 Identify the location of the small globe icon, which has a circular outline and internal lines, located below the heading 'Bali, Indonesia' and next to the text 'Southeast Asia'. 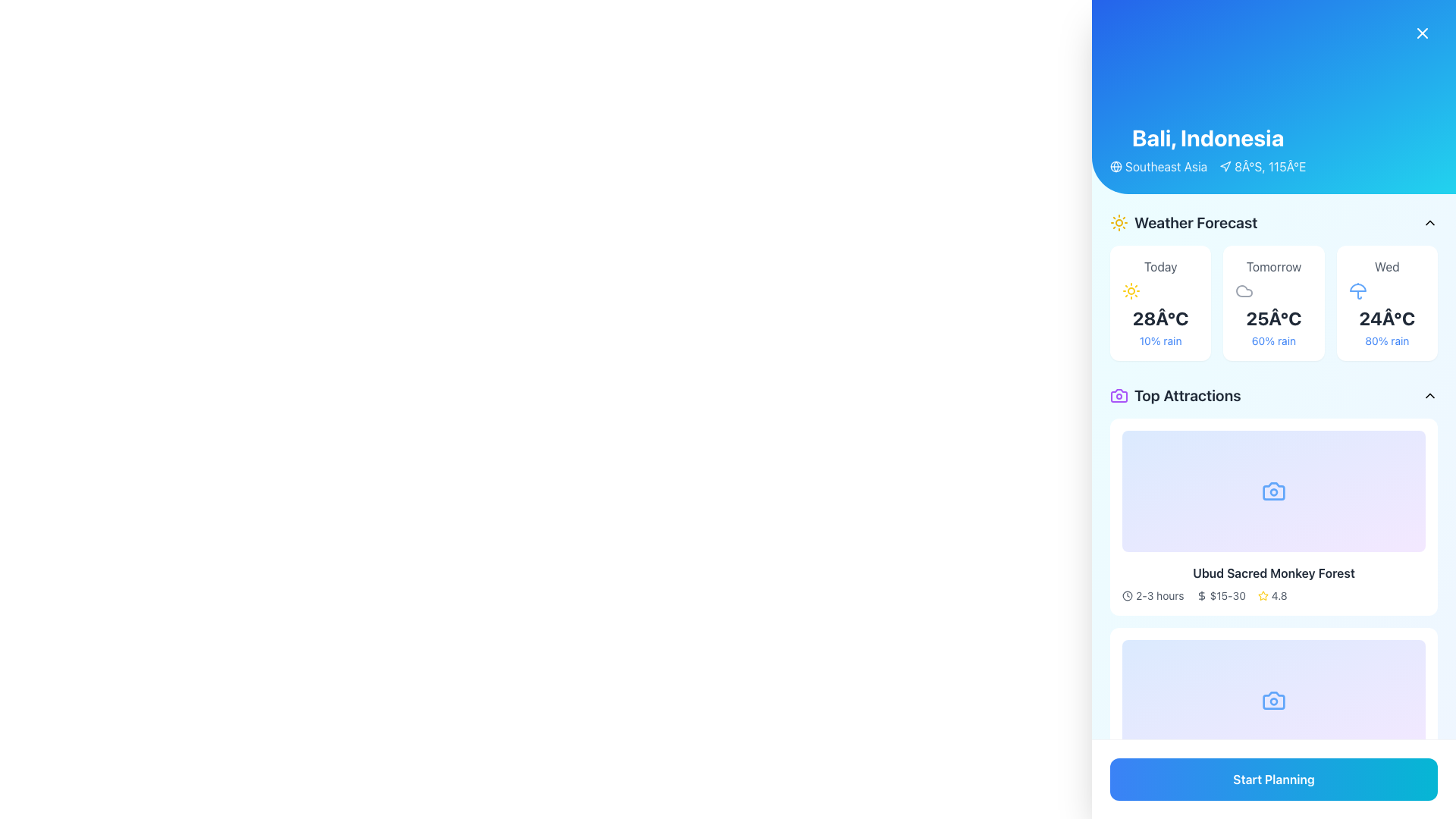
(1116, 166).